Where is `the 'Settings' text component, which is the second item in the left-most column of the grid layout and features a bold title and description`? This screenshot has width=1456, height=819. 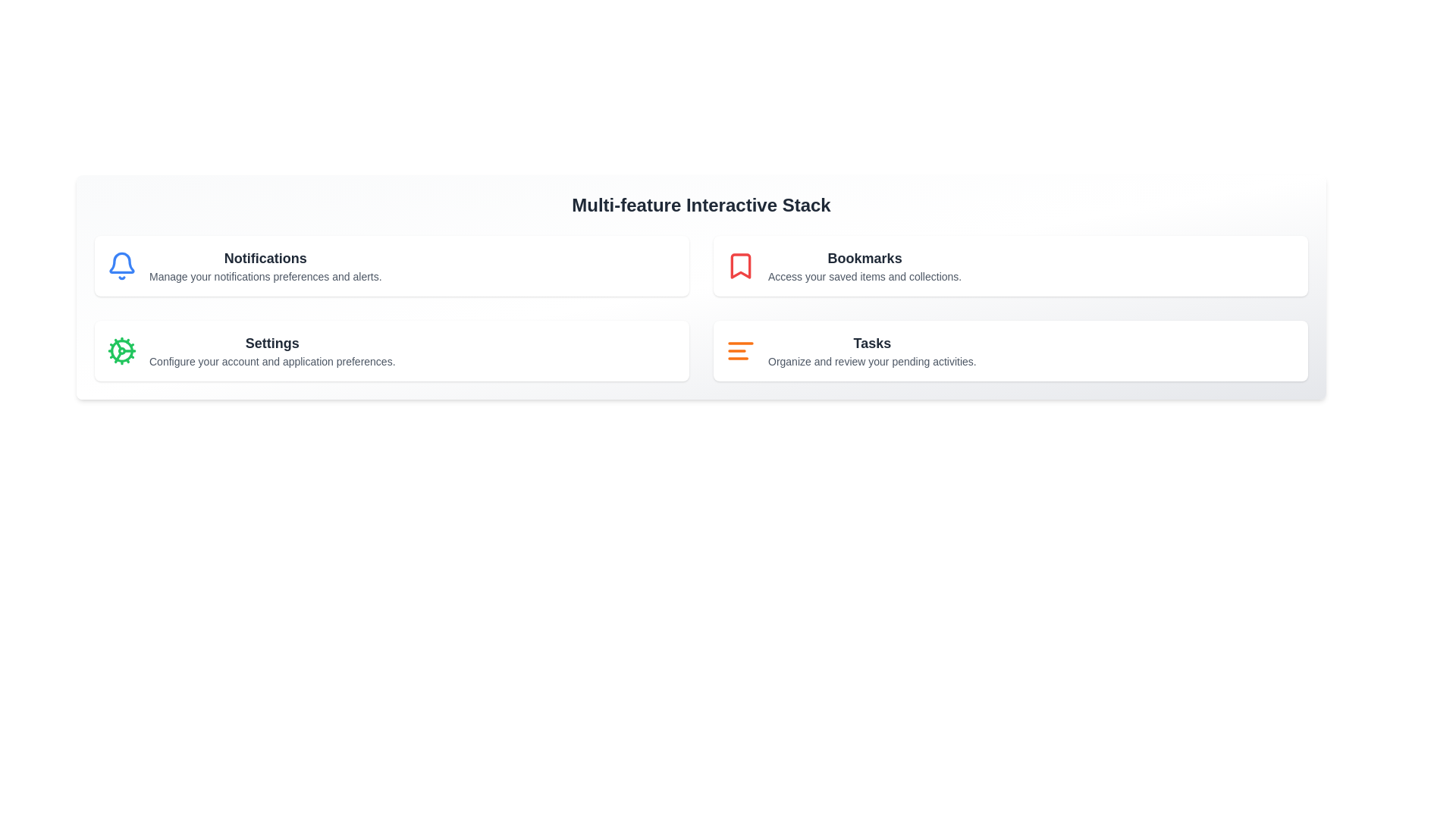 the 'Settings' text component, which is the second item in the left-most column of the grid layout and features a bold title and description is located at coordinates (272, 350).